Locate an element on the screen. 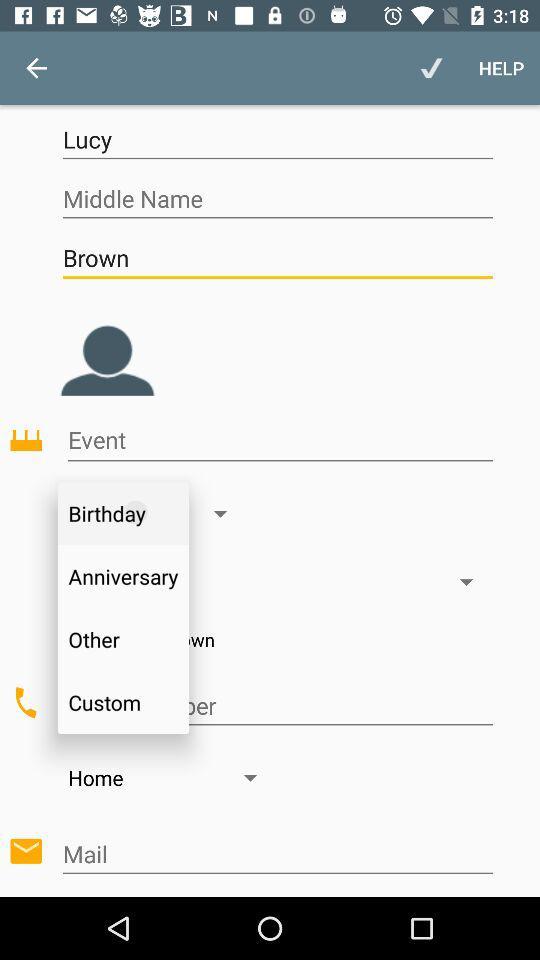 The image size is (540, 960). item above lucy item is located at coordinates (430, 68).